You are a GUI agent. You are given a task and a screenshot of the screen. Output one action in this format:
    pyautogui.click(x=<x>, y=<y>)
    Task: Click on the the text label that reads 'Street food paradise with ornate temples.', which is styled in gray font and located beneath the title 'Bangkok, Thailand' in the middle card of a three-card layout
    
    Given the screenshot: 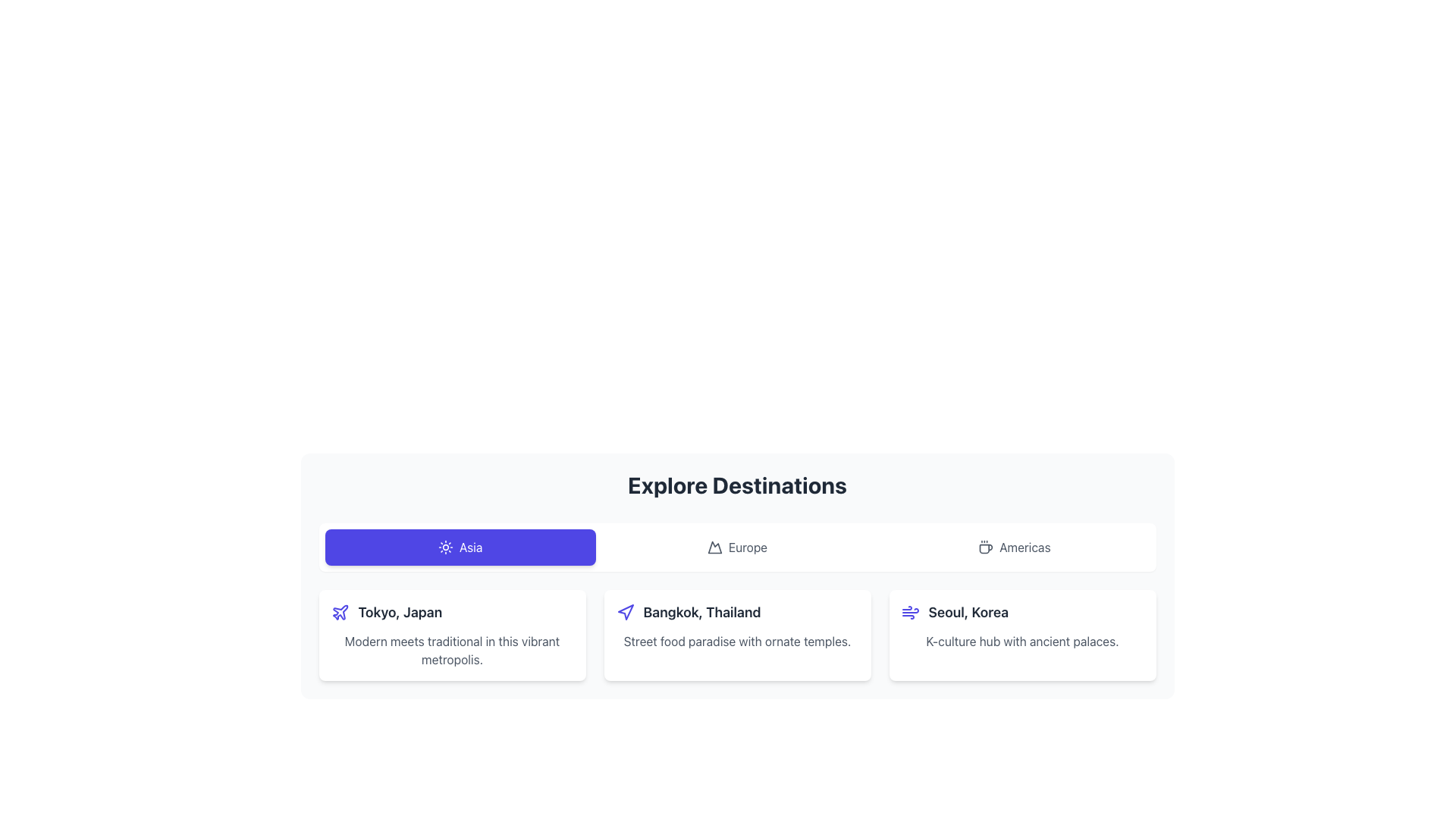 What is the action you would take?
    pyautogui.click(x=737, y=641)
    